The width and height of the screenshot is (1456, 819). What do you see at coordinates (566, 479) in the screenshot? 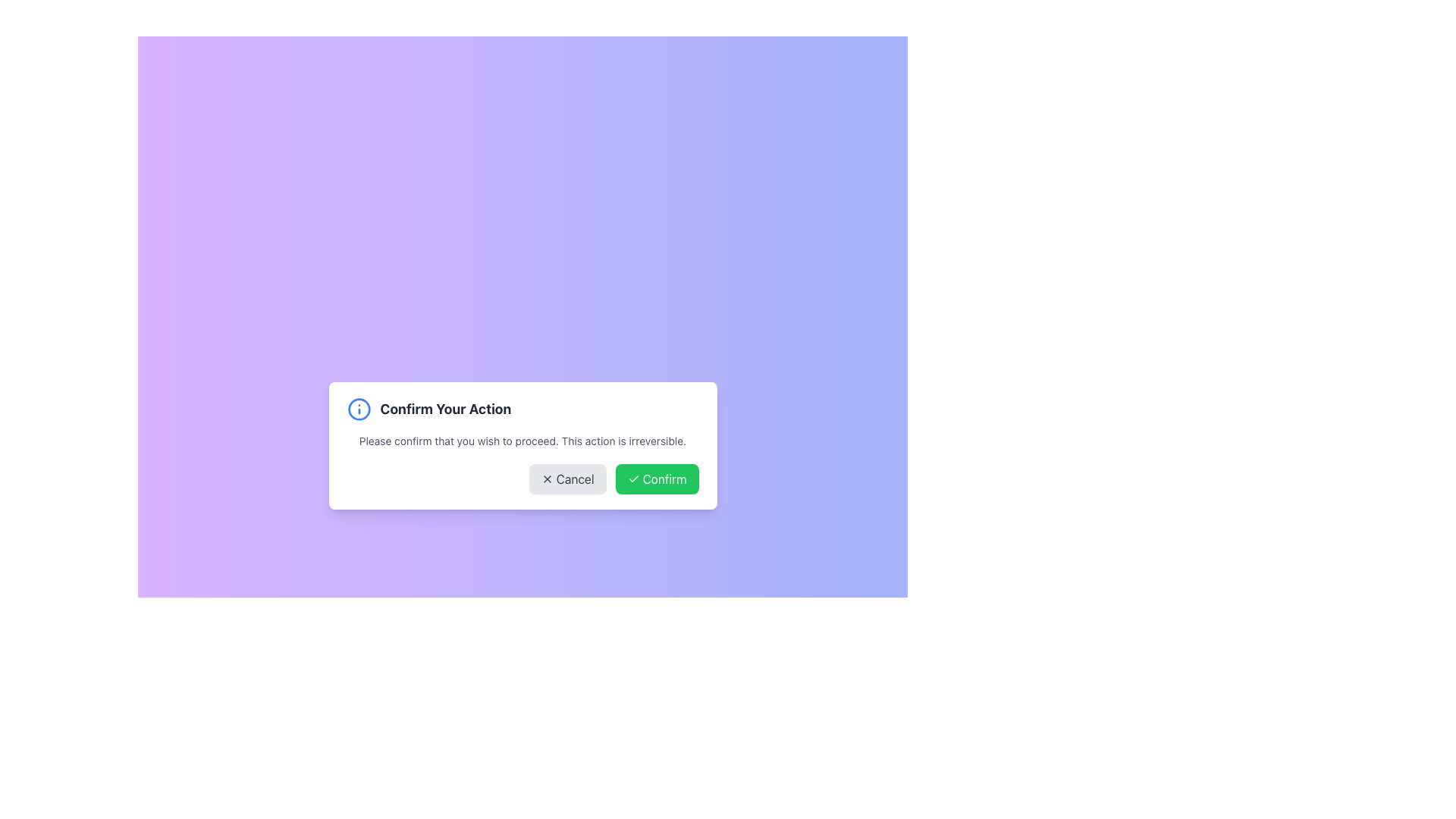
I see `the leftmost button labeled 'Cancel' with a light gray background and an 'X' icon to change its background color` at bounding box center [566, 479].